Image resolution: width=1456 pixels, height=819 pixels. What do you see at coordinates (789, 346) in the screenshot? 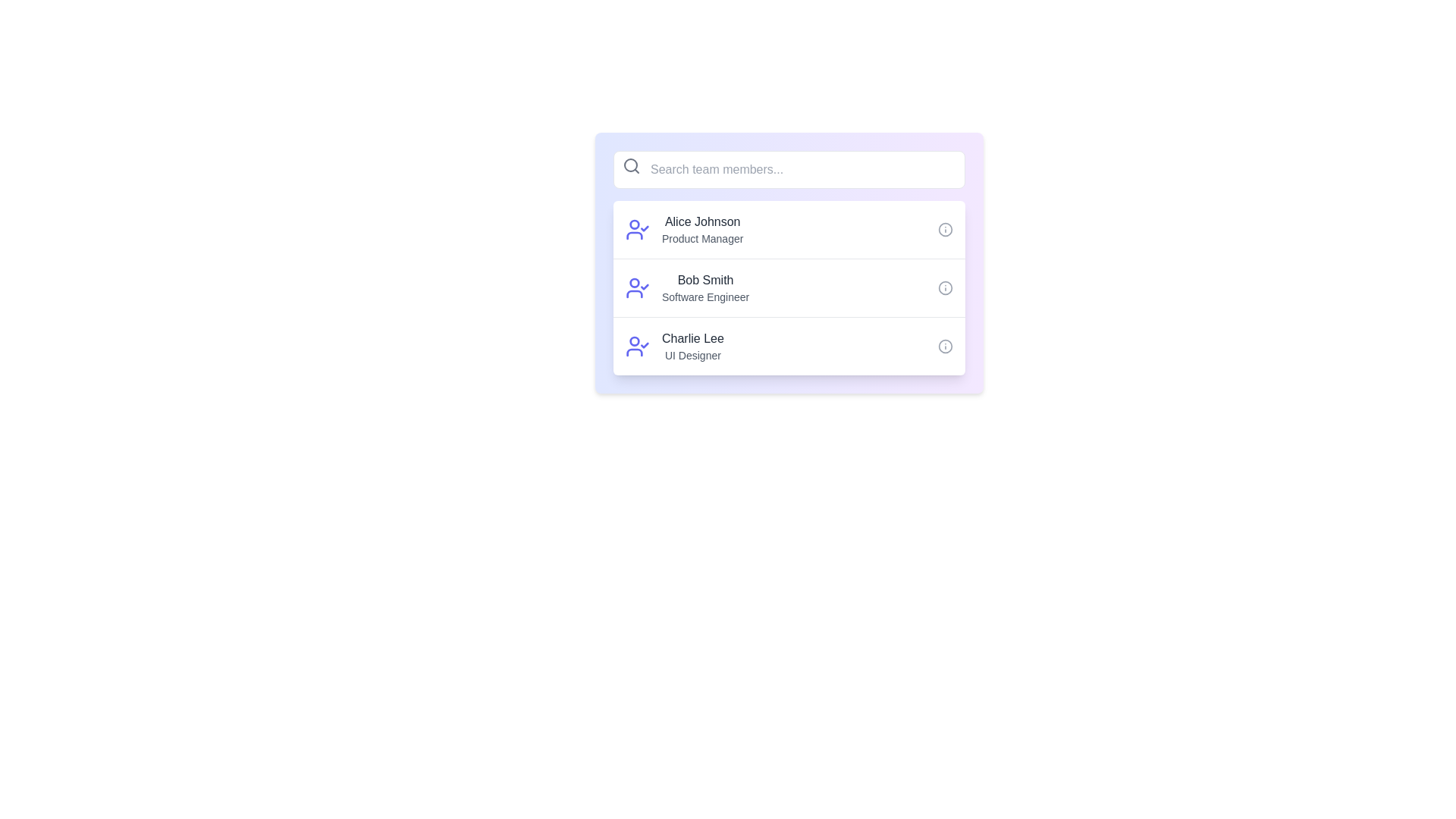
I see `the third card component` at bounding box center [789, 346].